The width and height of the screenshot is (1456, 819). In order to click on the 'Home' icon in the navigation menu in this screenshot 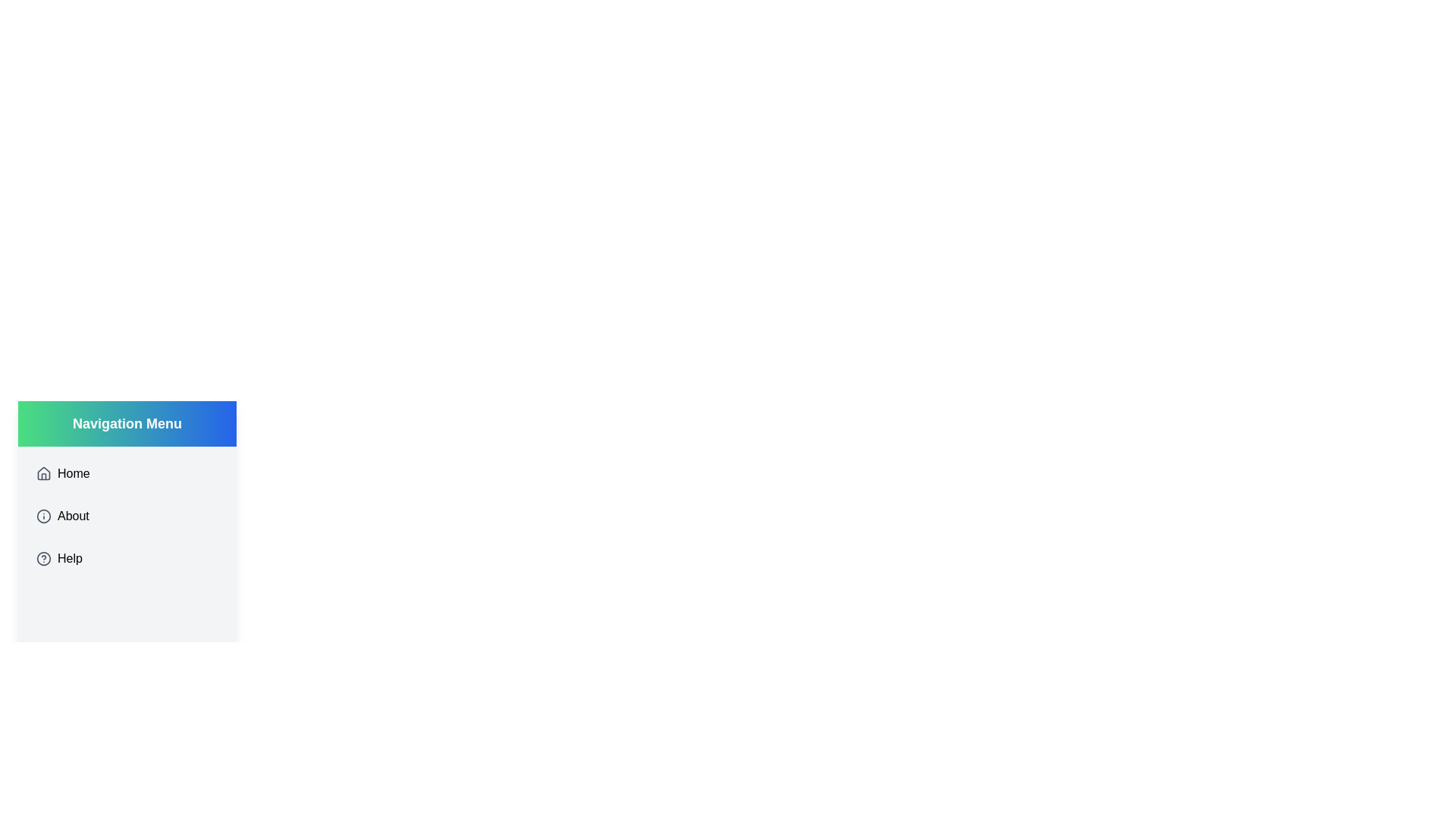, I will do `click(43, 472)`.